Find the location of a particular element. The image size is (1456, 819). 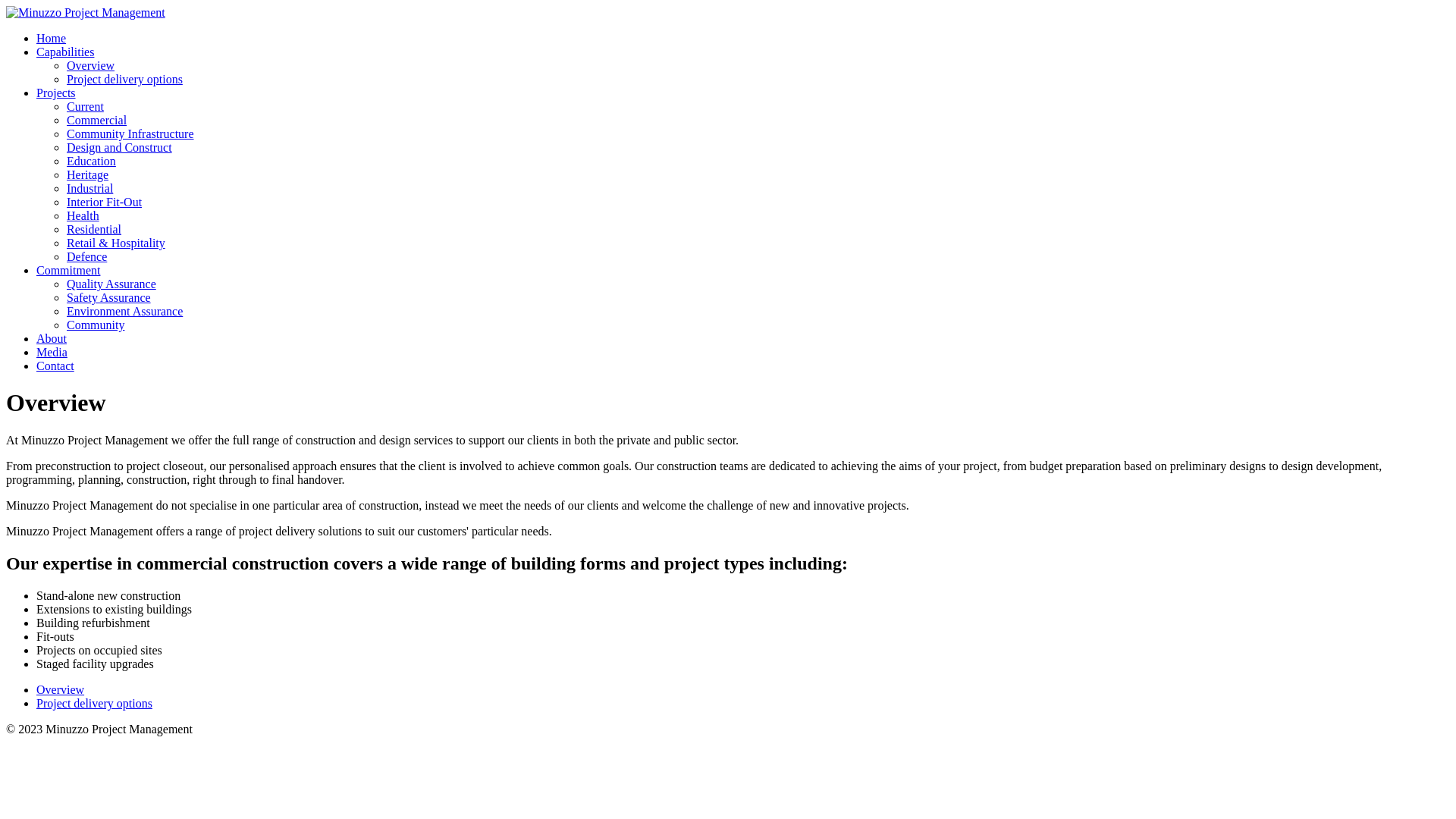

'Interior Fit-Out' is located at coordinates (103, 201).